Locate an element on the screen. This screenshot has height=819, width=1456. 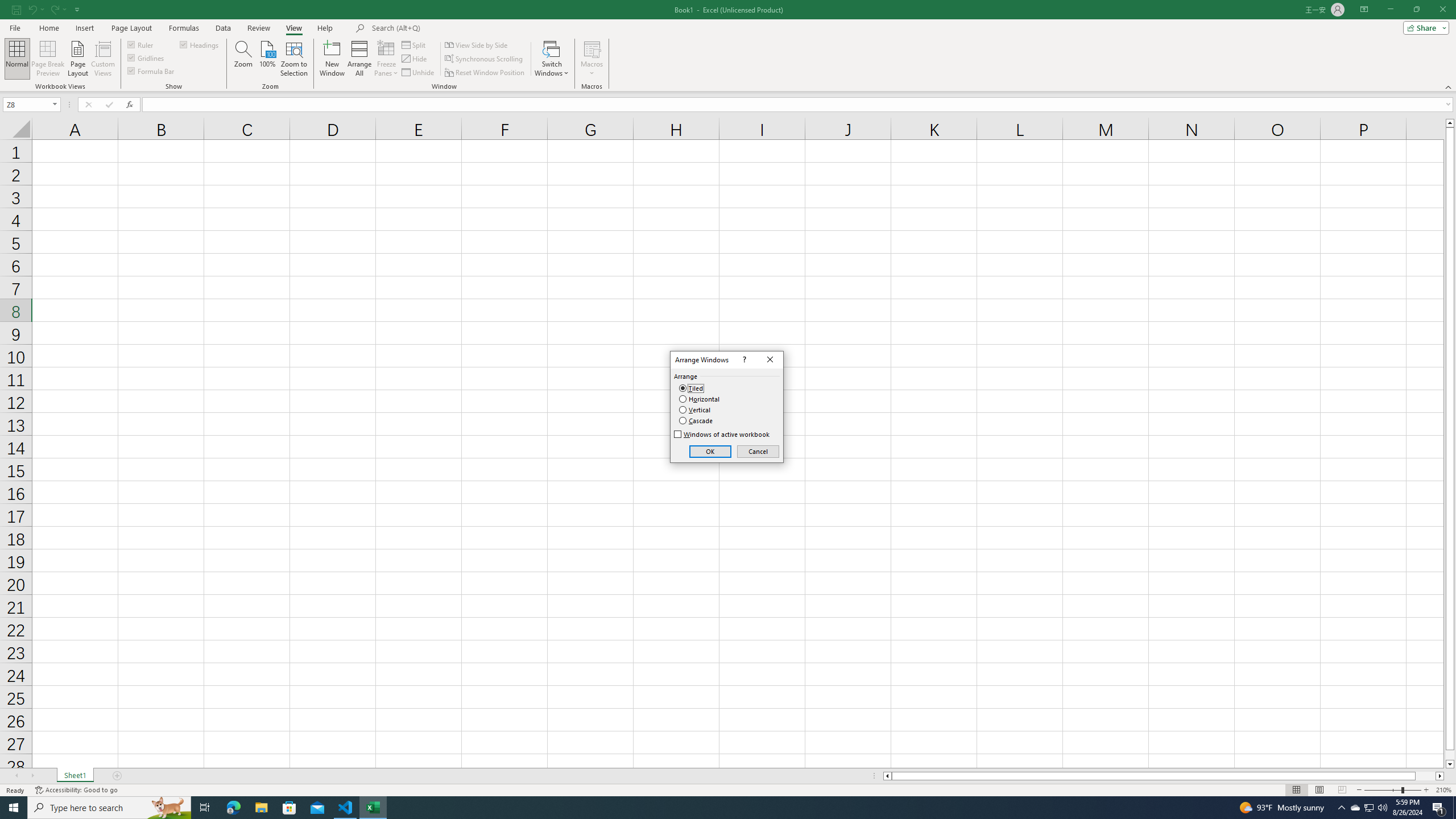
'Windows of active workbook' is located at coordinates (723, 433).